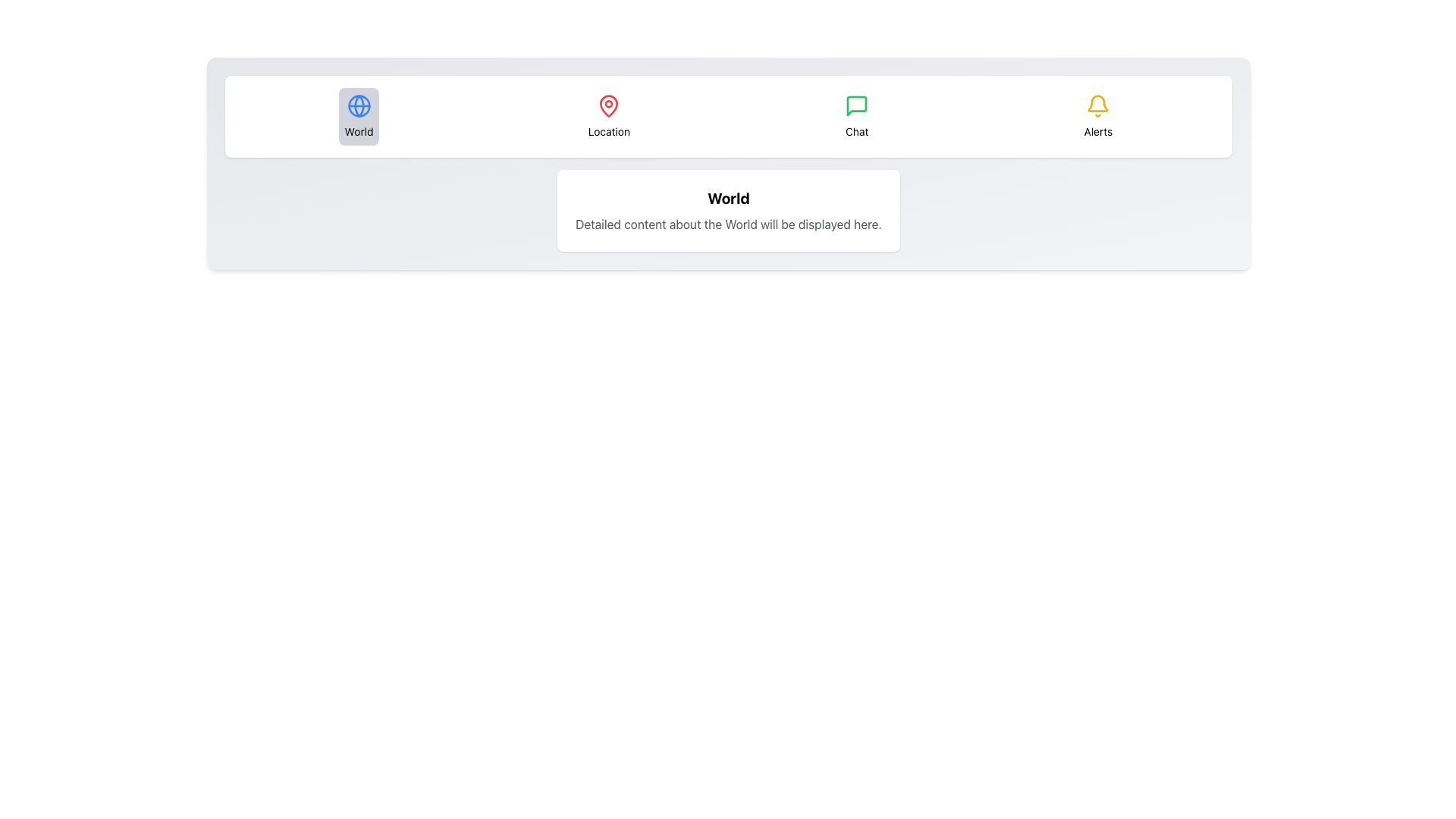  Describe the element at coordinates (609, 105) in the screenshot. I see `the Map Pin icon in the horizontal navigation menu` at that location.